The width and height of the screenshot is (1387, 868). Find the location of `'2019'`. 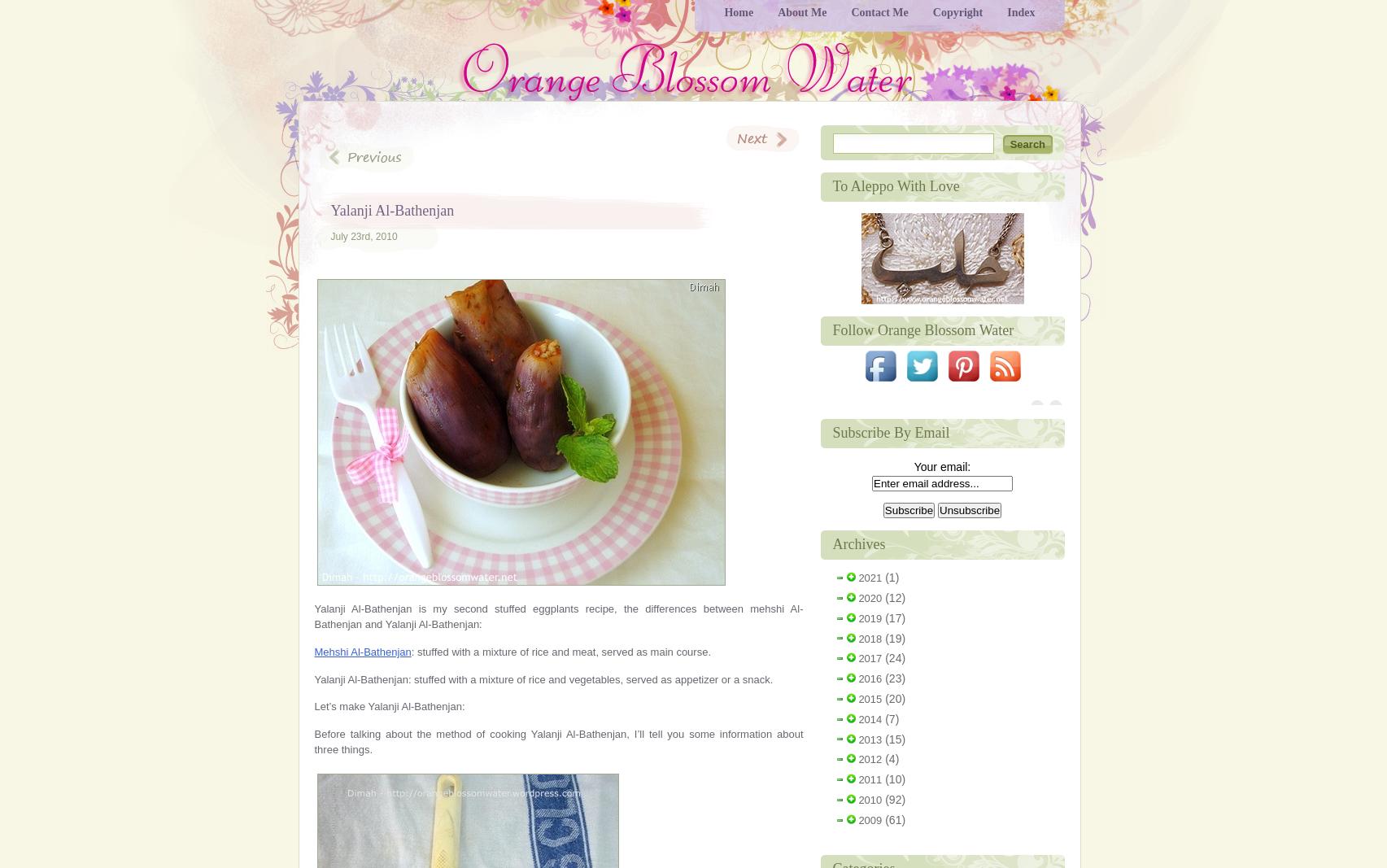

'2019' is located at coordinates (869, 617).